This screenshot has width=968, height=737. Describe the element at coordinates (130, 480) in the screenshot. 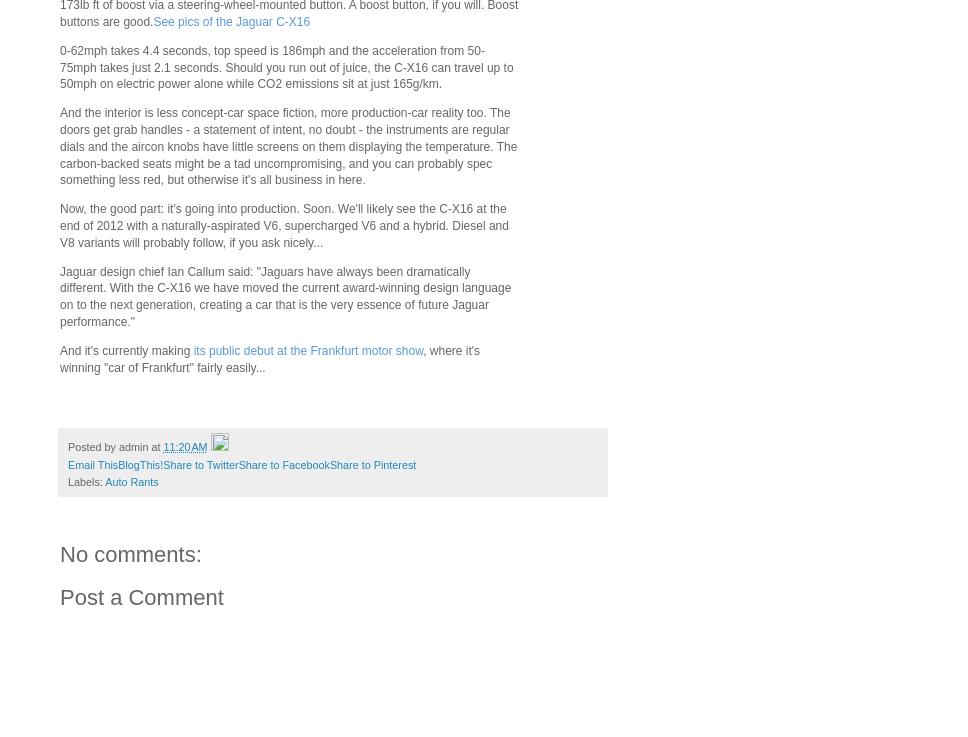

I see `'Auto Rants'` at that location.